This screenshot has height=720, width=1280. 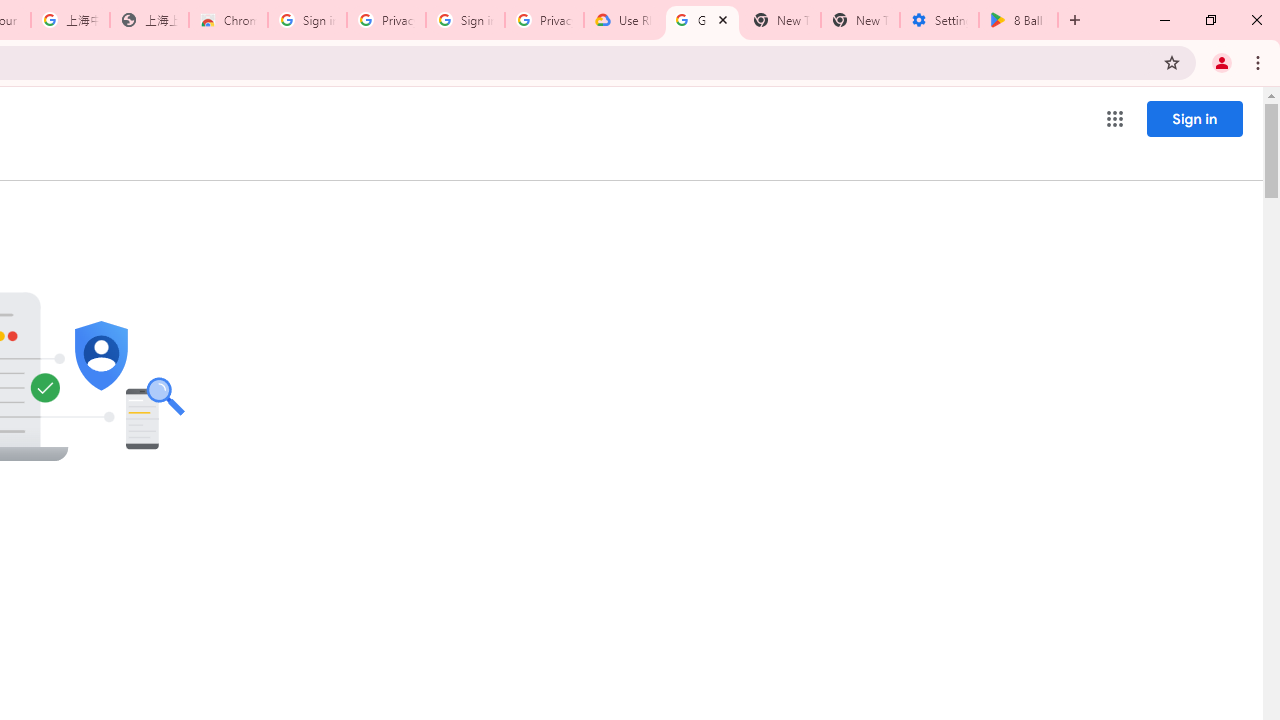 I want to click on 'Chrome Web Store - Color themes by Chrome', so click(x=228, y=20).